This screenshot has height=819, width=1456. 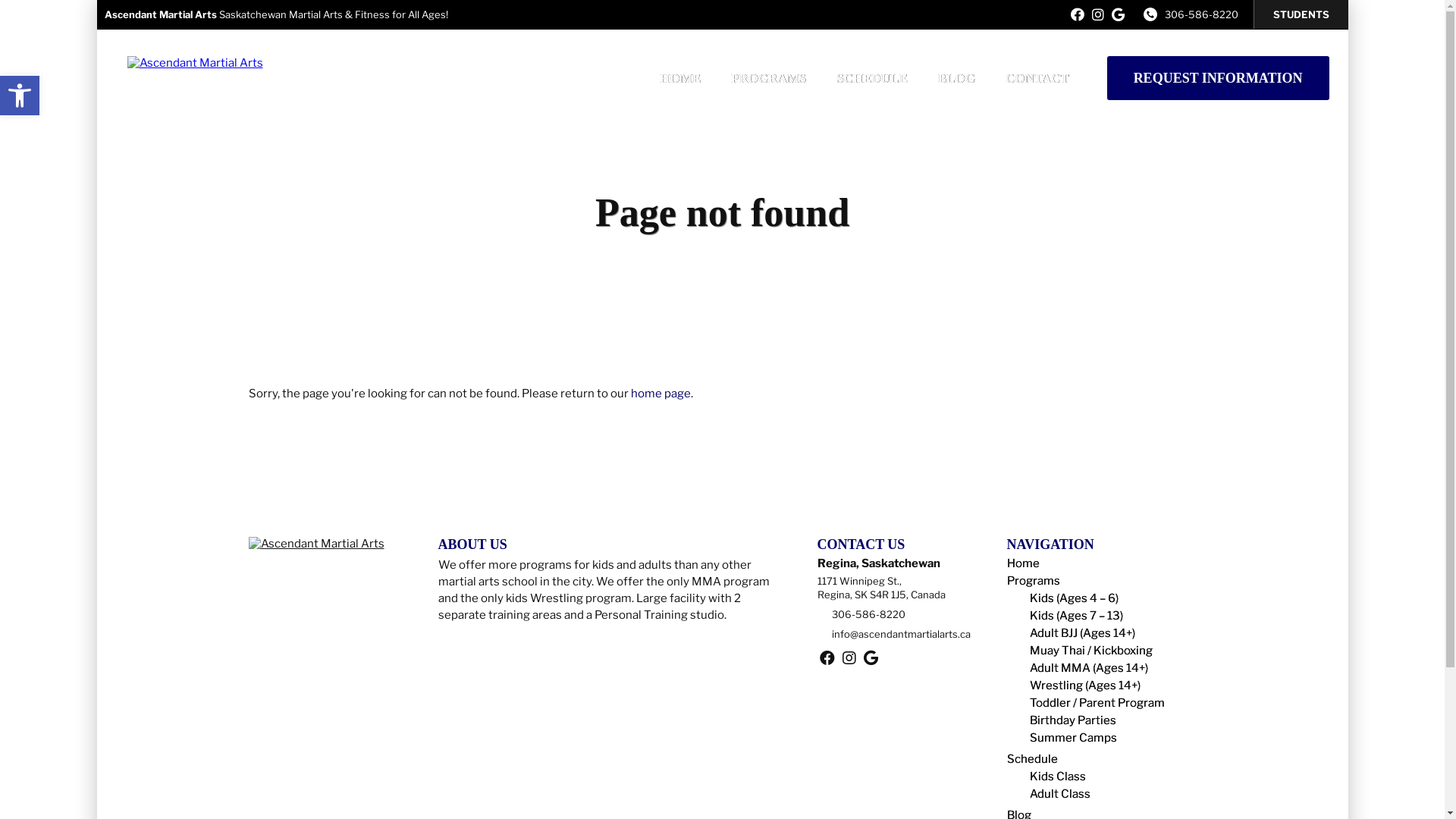 What do you see at coordinates (872, 77) in the screenshot?
I see `'SCHEDULE'` at bounding box center [872, 77].